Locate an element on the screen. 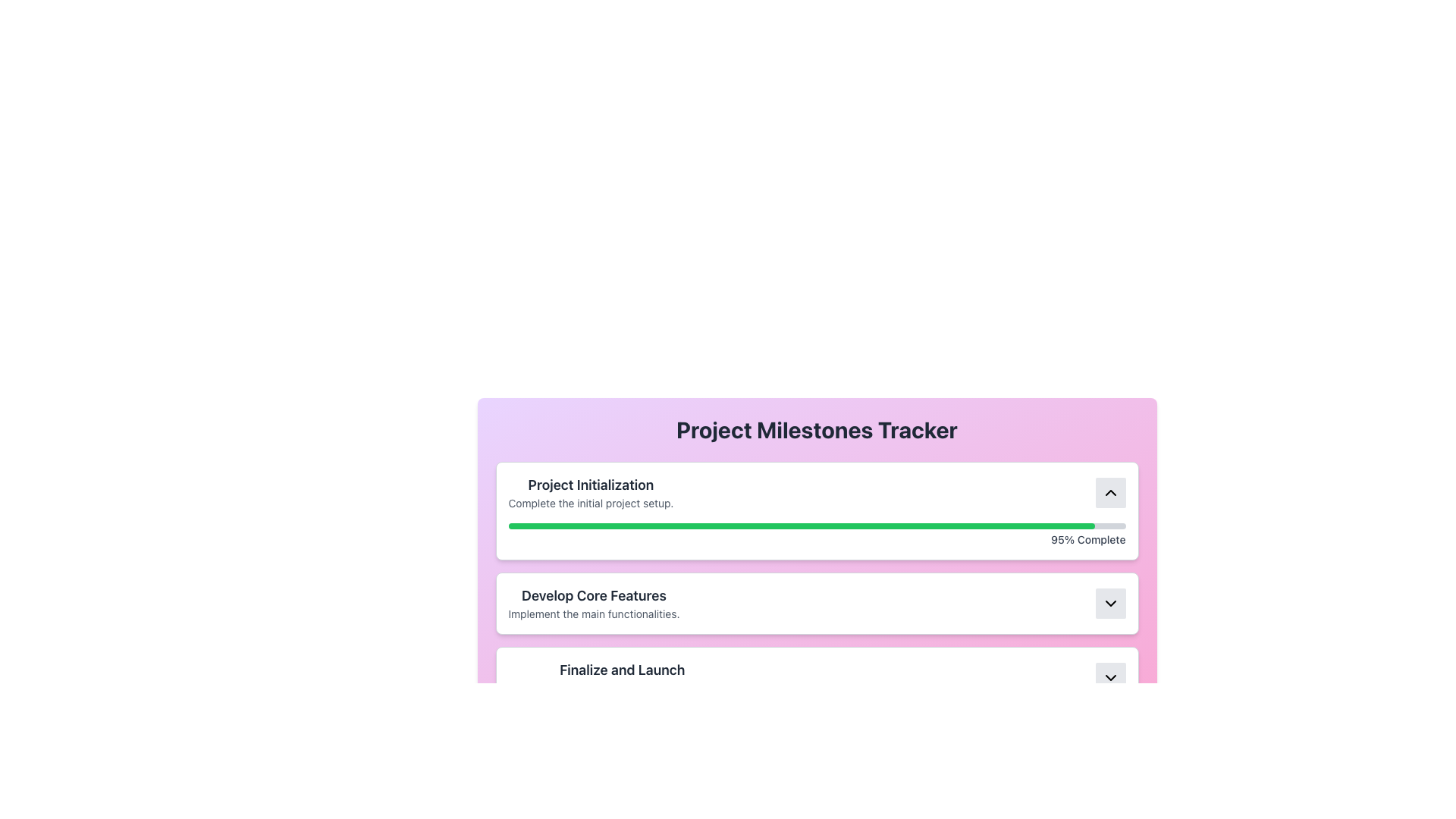 This screenshot has width=1456, height=819. the downward-pointing chevron icon located at the top-right corner of the second milestone card is located at coordinates (1110, 602).